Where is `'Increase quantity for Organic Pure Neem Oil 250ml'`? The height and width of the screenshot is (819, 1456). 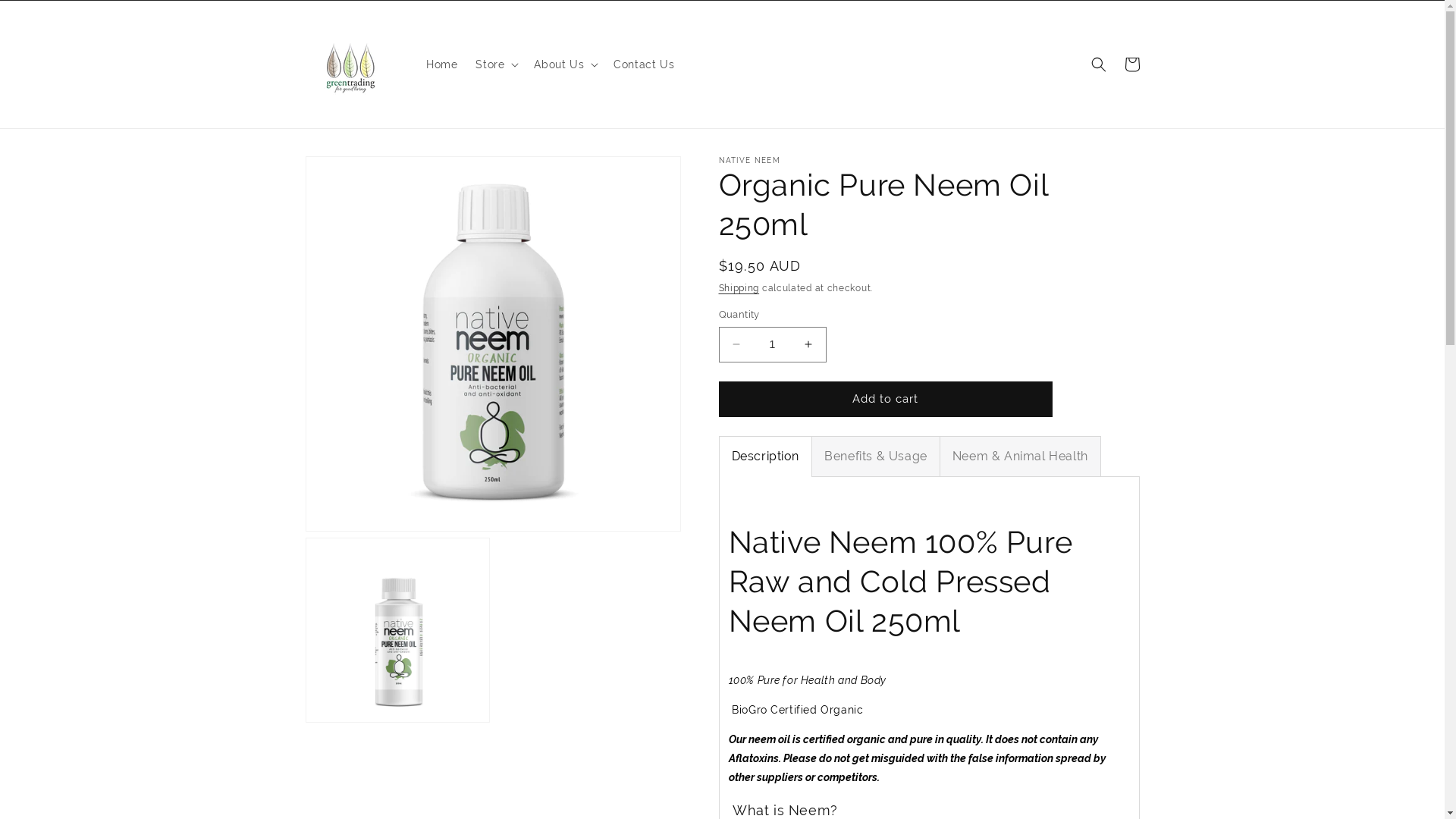
'Increase quantity for Organic Pure Neem Oil 250ml' is located at coordinates (790, 344).